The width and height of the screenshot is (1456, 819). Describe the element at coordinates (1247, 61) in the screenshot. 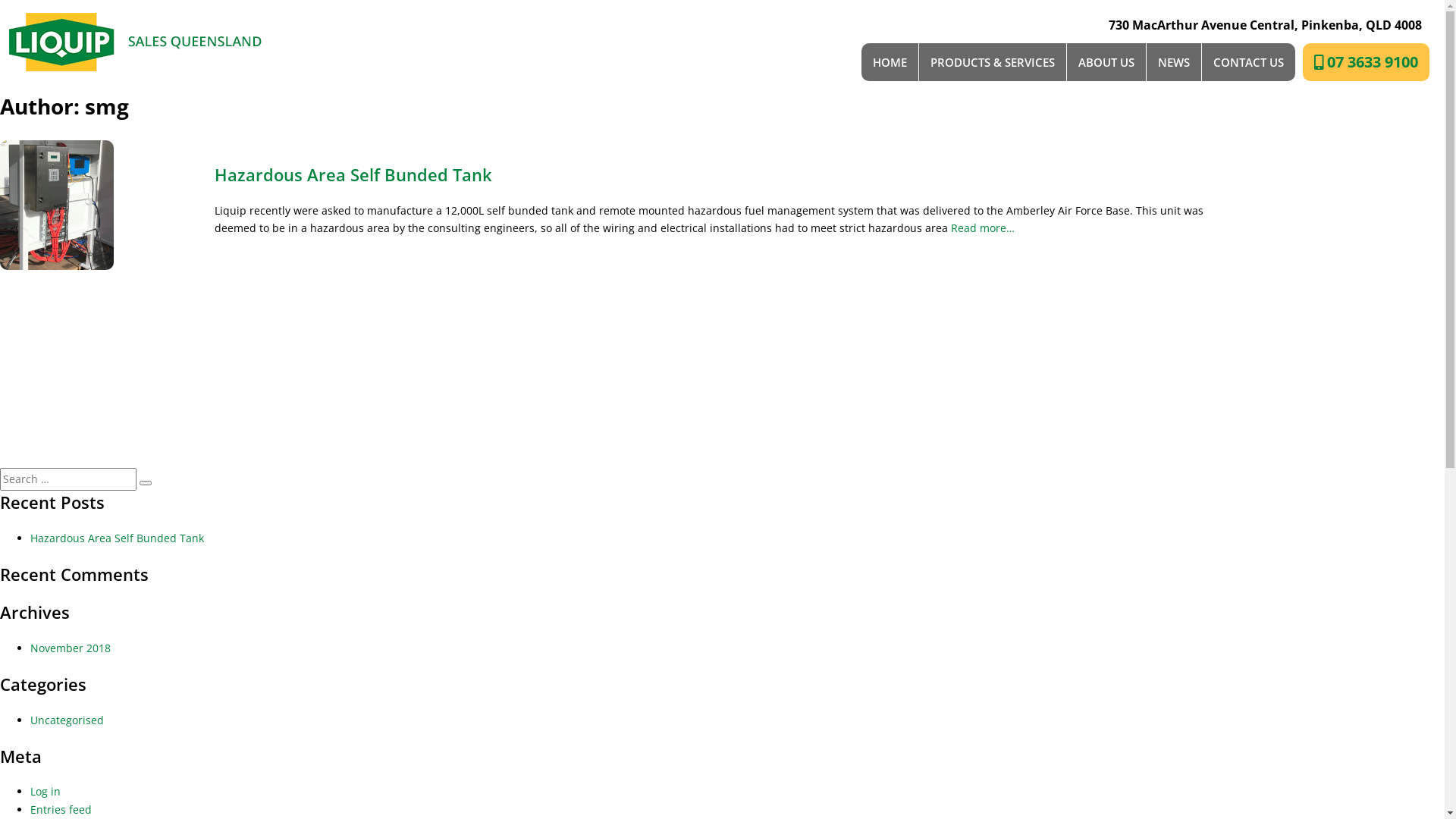

I see `'CONTACT US'` at that location.